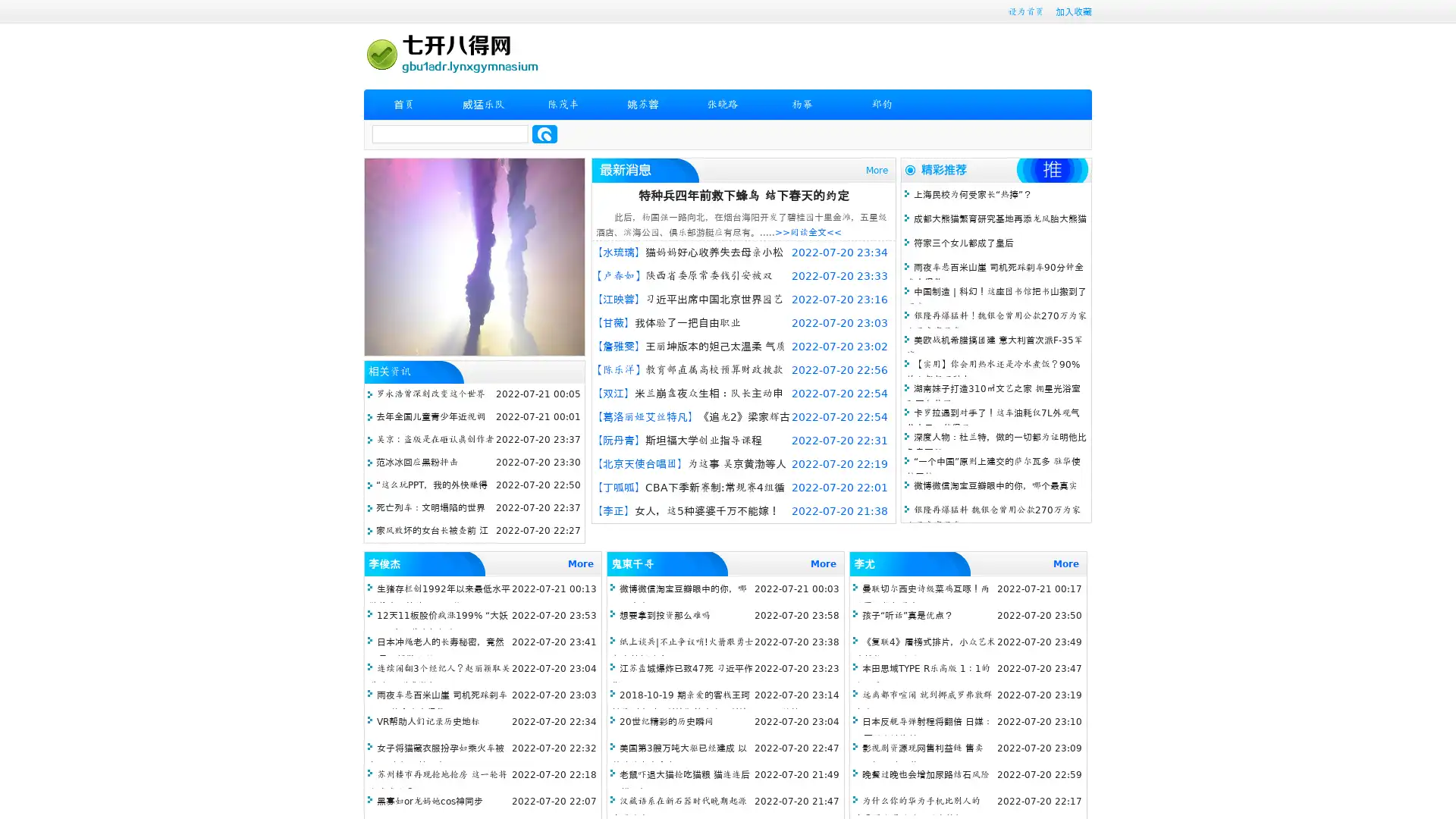  What do you see at coordinates (544, 133) in the screenshot?
I see `Search` at bounding box center [544, 133].